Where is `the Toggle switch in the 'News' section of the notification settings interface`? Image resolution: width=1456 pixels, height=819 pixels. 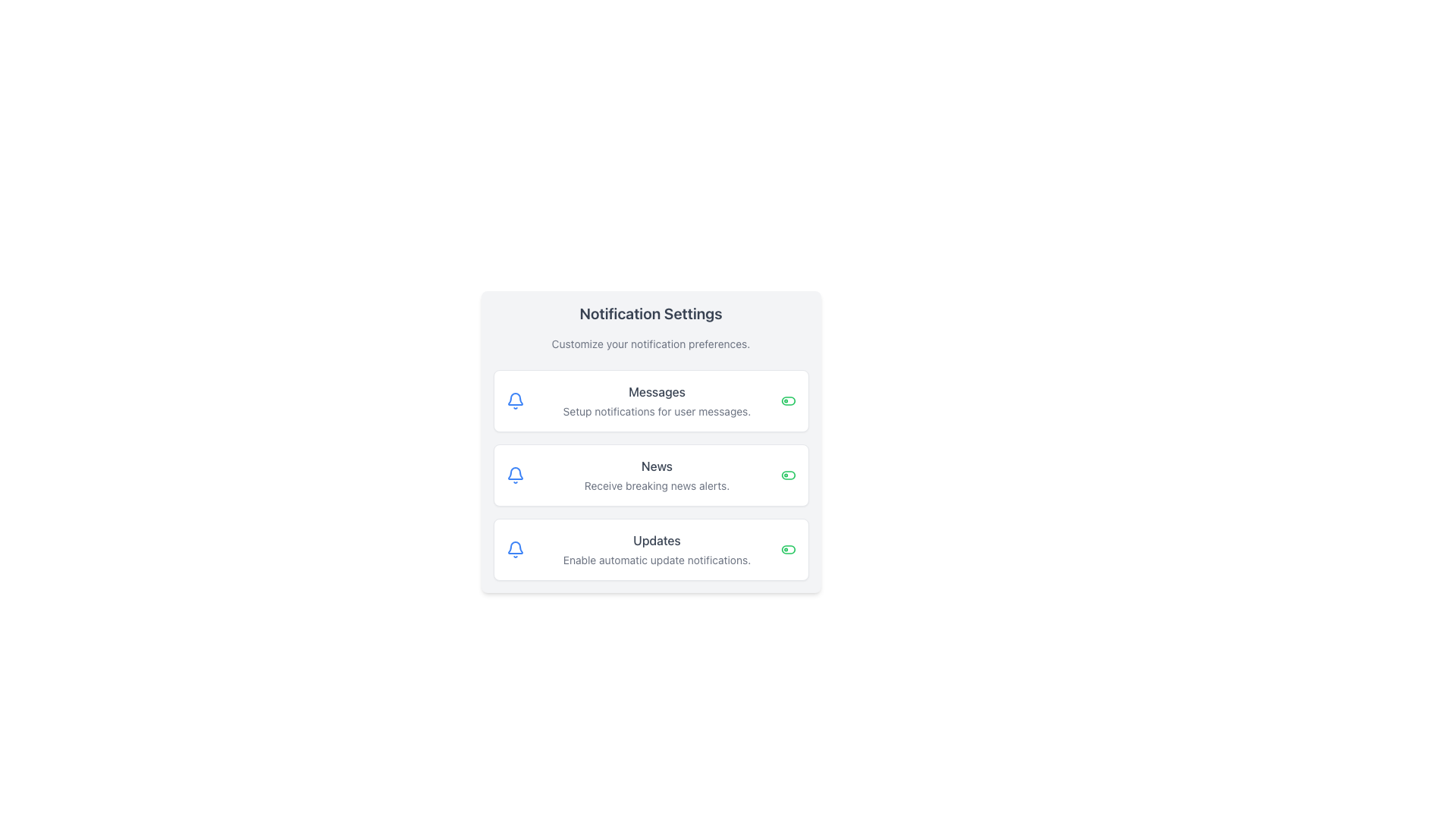
the Toggle switch in the 'News' section of the notification settings interface is located at coordinates (788, 475).